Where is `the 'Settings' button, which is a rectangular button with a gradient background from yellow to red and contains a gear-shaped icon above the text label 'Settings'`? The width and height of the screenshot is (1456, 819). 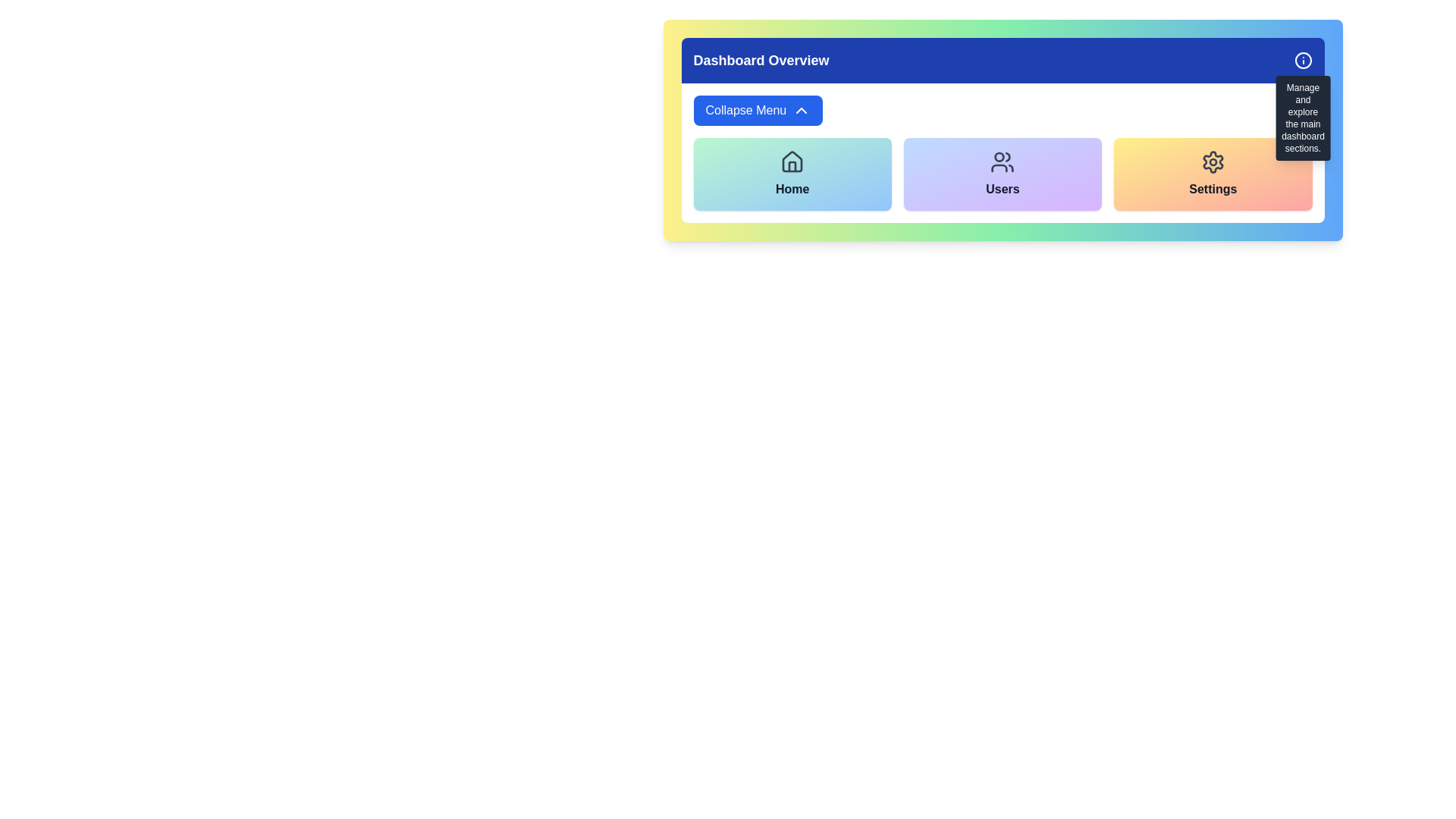 the 'Settings' button, which is a rectangular button with a gradient background from yellow to red and contains a gear-shaped icon above the text label 'Settings' is located at coordinates (1212, 174).